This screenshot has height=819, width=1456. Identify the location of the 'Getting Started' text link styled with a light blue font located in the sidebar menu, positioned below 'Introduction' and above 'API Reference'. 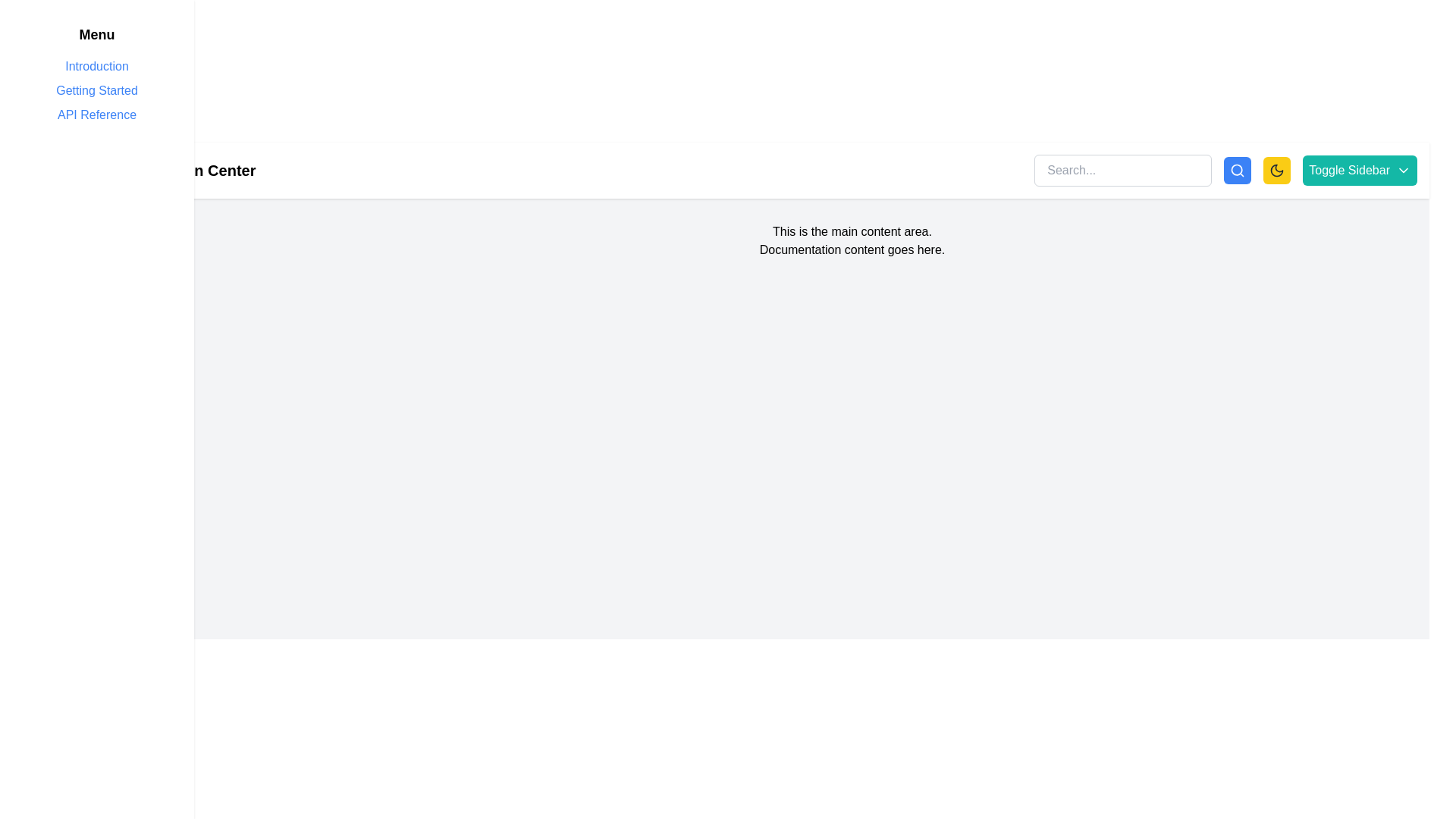
(96, 90).